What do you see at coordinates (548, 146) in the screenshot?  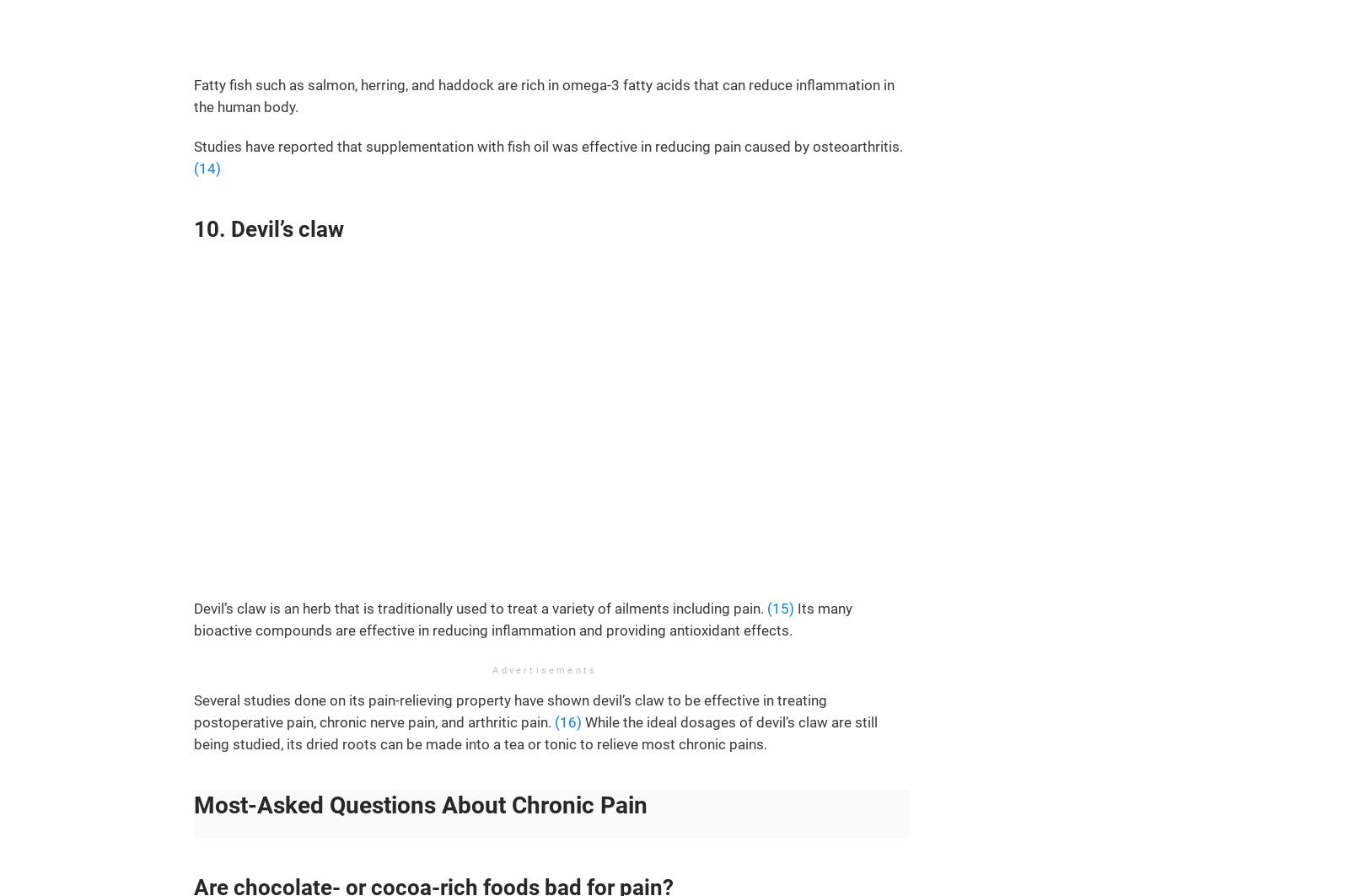 I see `'Studies have reported that supplementation with fish oil was effective in reducing pain caused by osteoarthritis.'` at bounding box center [548, 146].